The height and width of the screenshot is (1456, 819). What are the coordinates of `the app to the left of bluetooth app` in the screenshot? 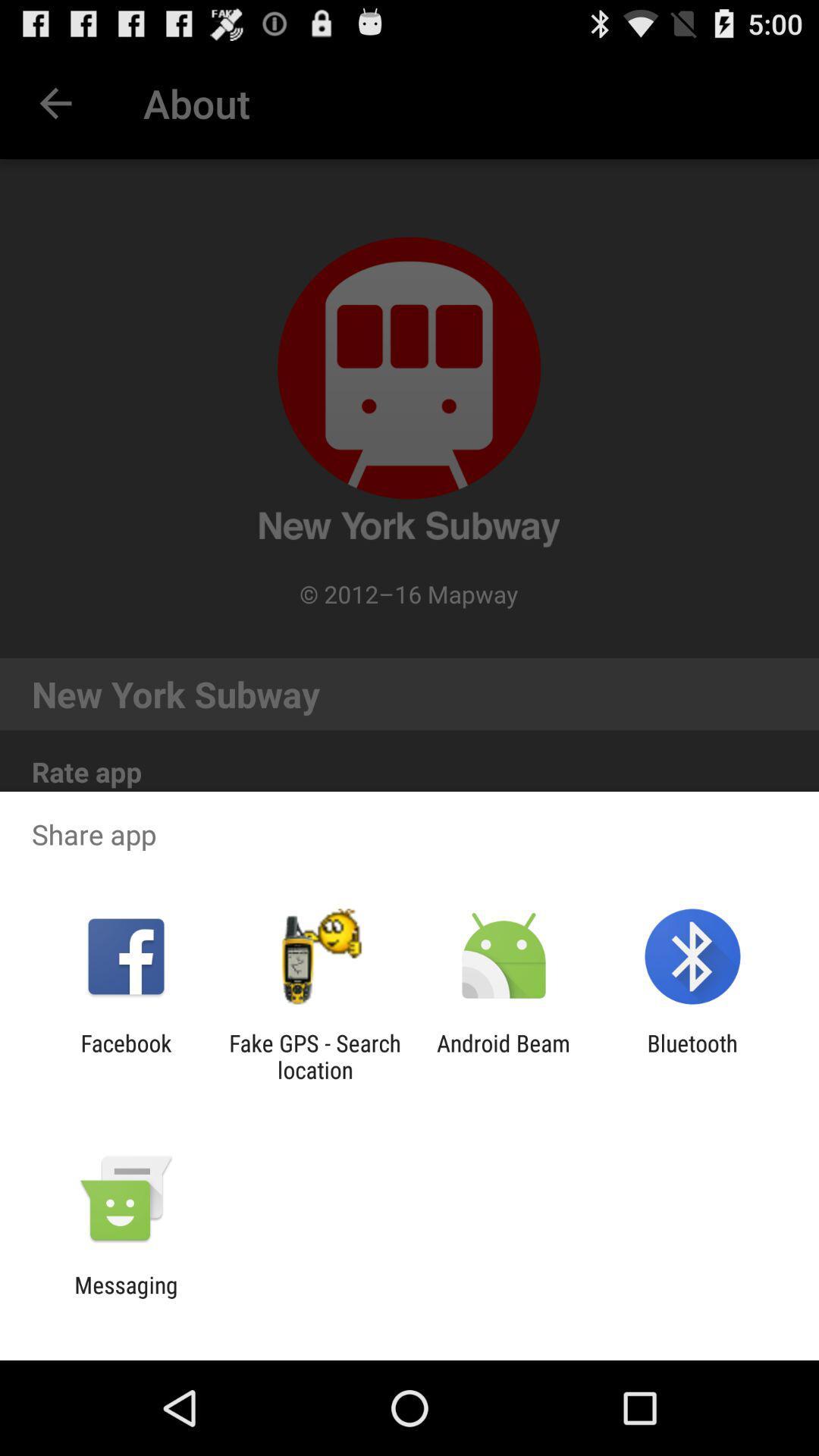 It's located at (504, 1056).